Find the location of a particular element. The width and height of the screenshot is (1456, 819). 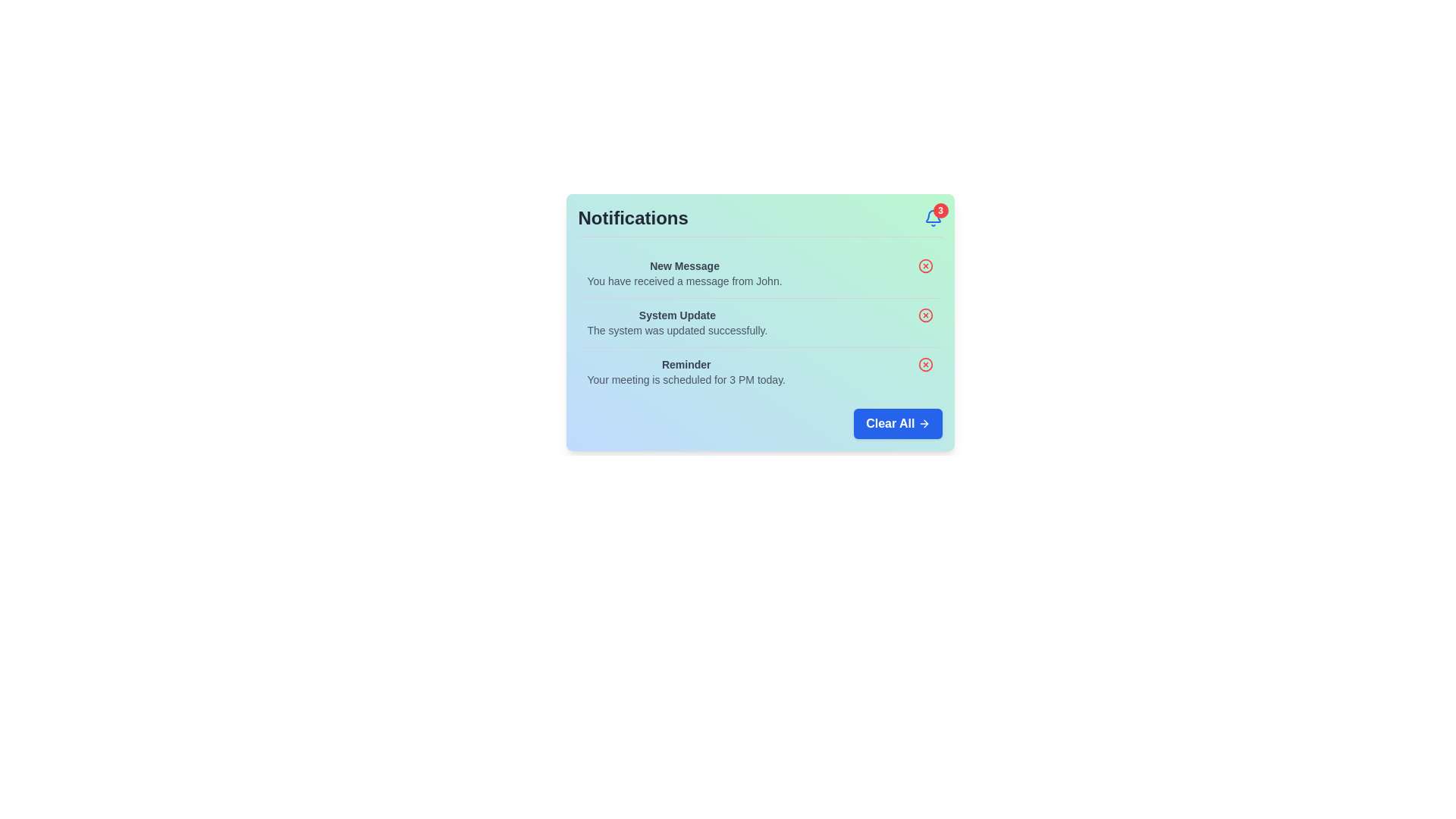

the inner circle of the circular icon located to the right of the first notification title in the notification panel is located at coordinates (924, 265).